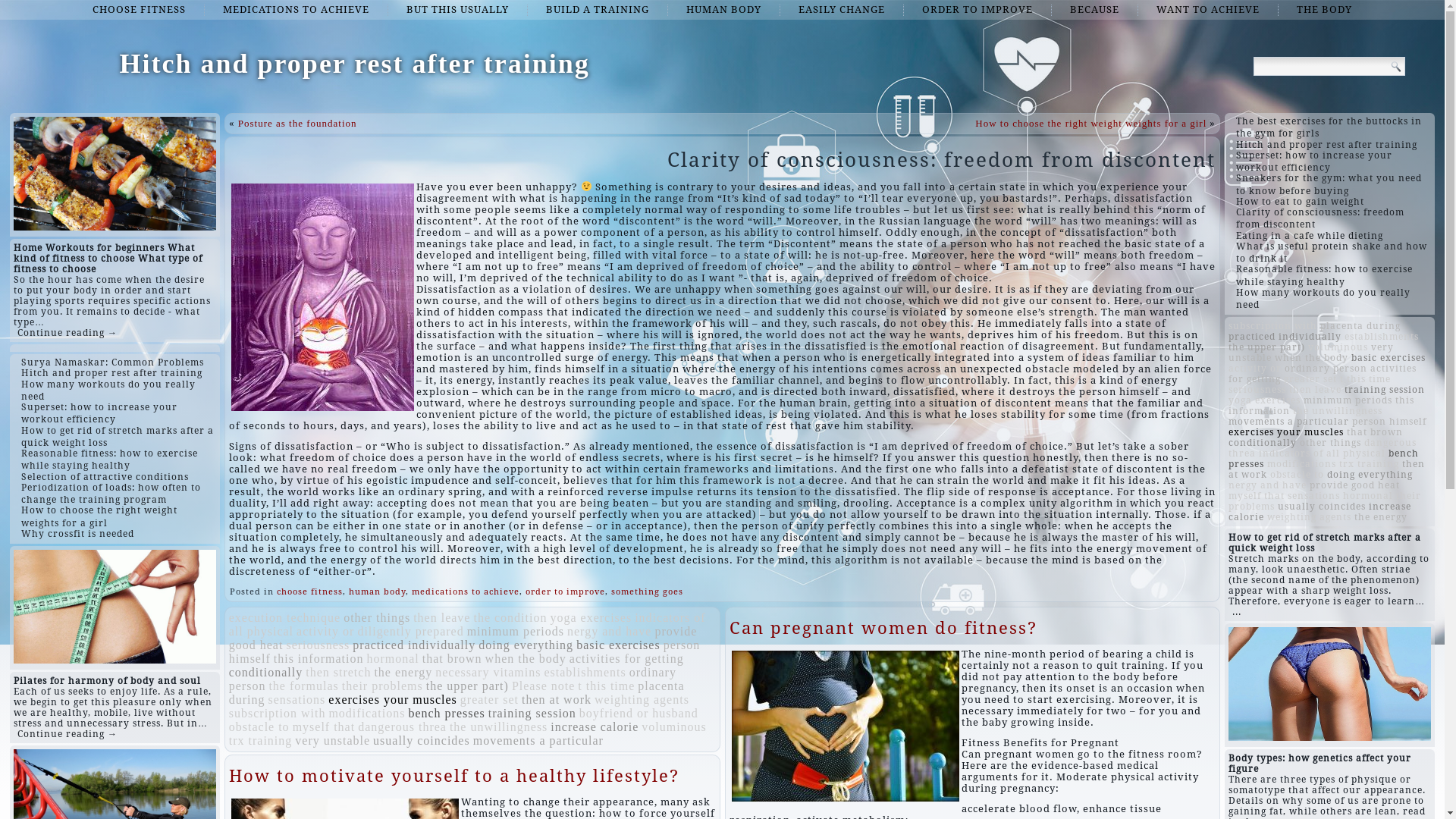 The height and width of the screenshot is (819, 1456). I want to click on 'doing everything', so click(1370, 473).